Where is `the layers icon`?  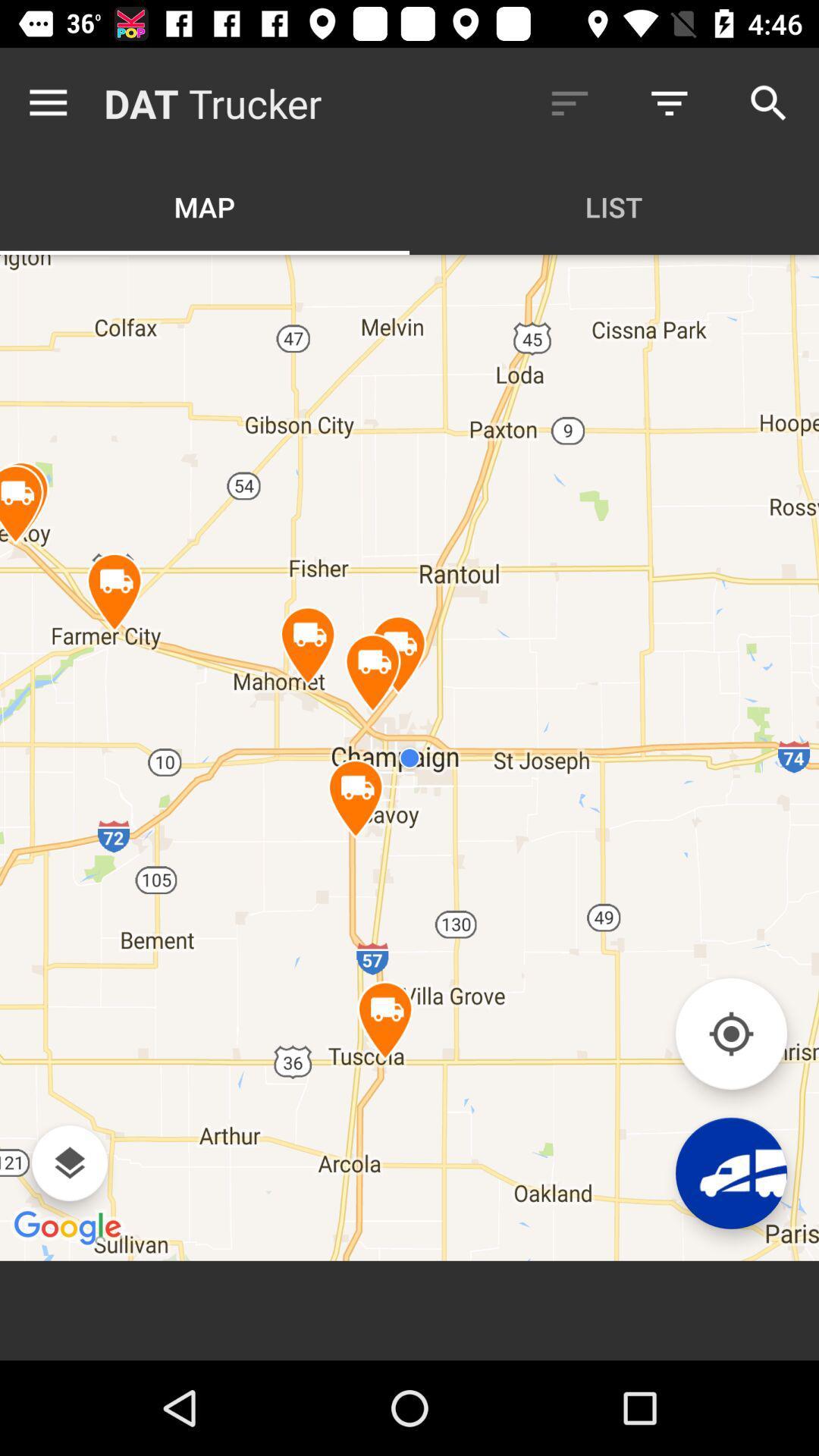
the layers icon is located at coordinates (69, 1163).